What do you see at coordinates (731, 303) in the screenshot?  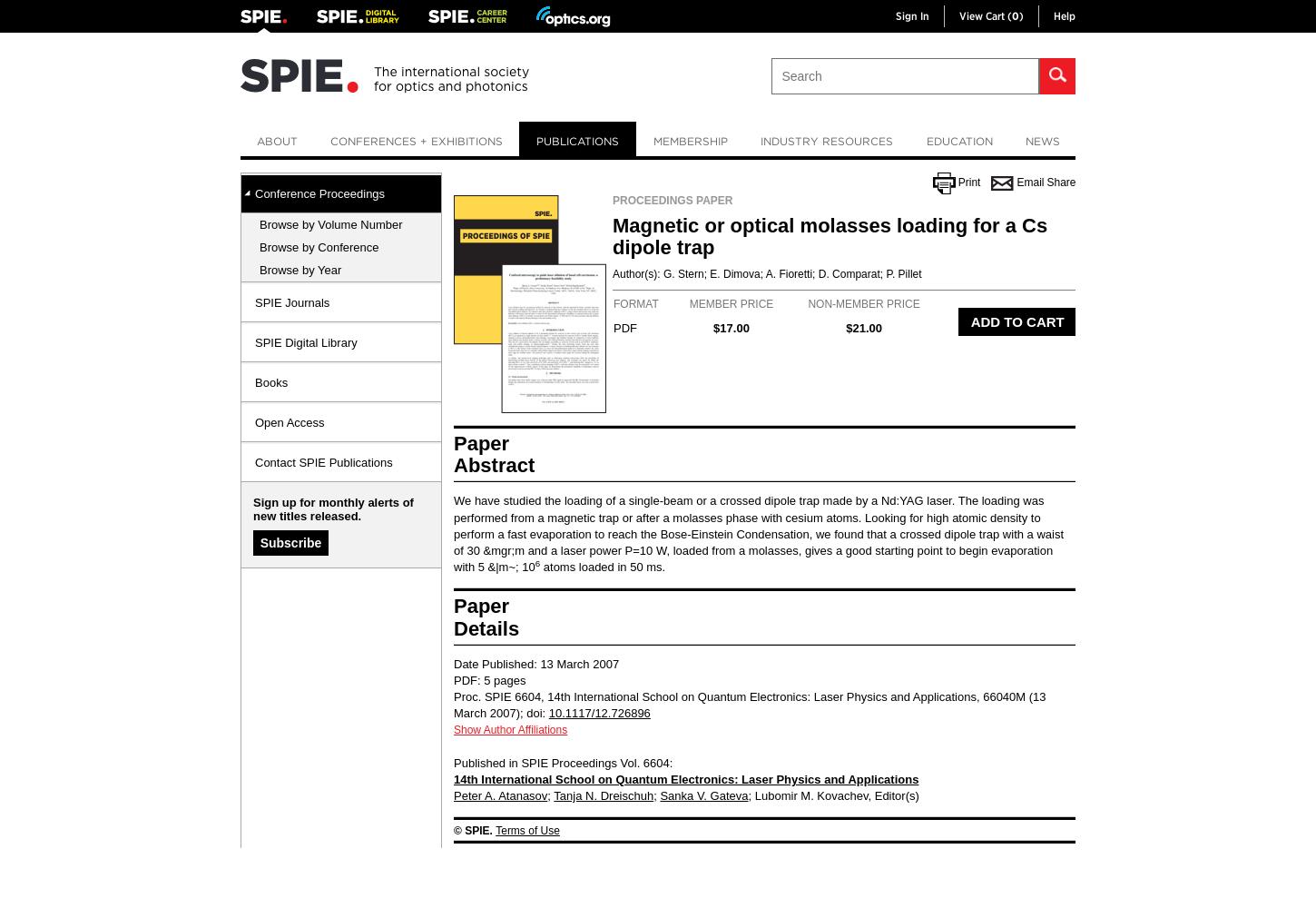 I see `'Member Price'` at bounding box center [731, 303].